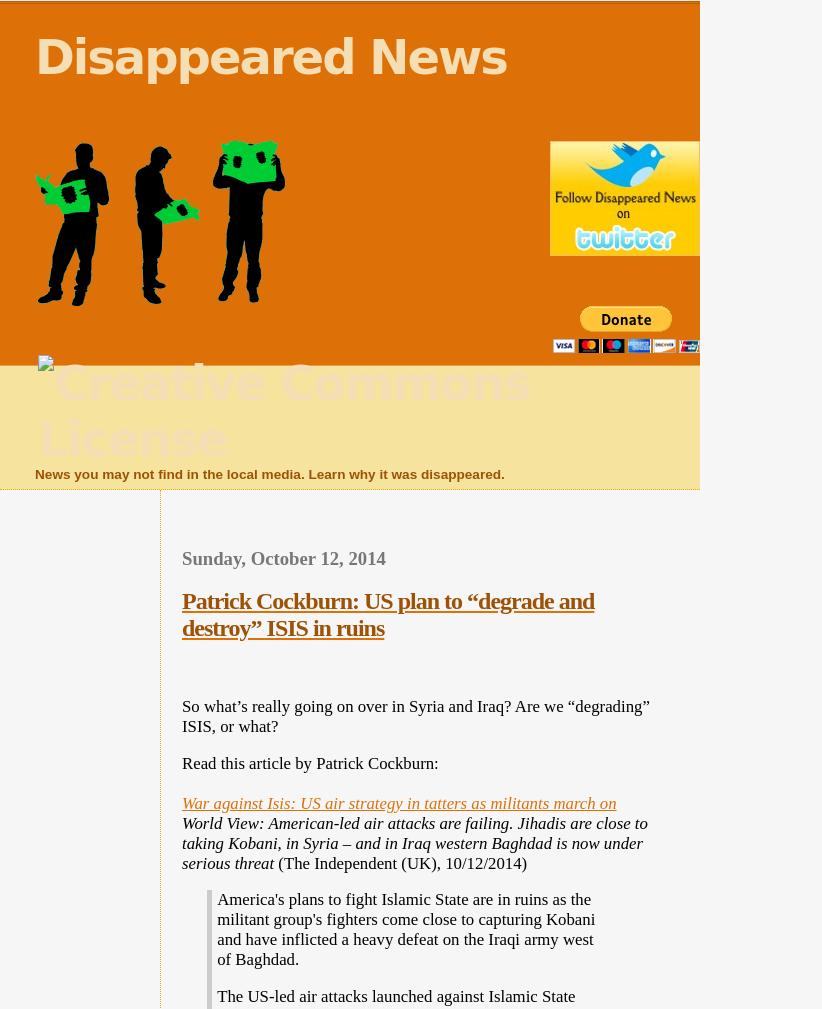 This screenshot has width=822, height=1009. I want to click on '(The Independent (UK), 10/12/2014)', so click(277, 862).